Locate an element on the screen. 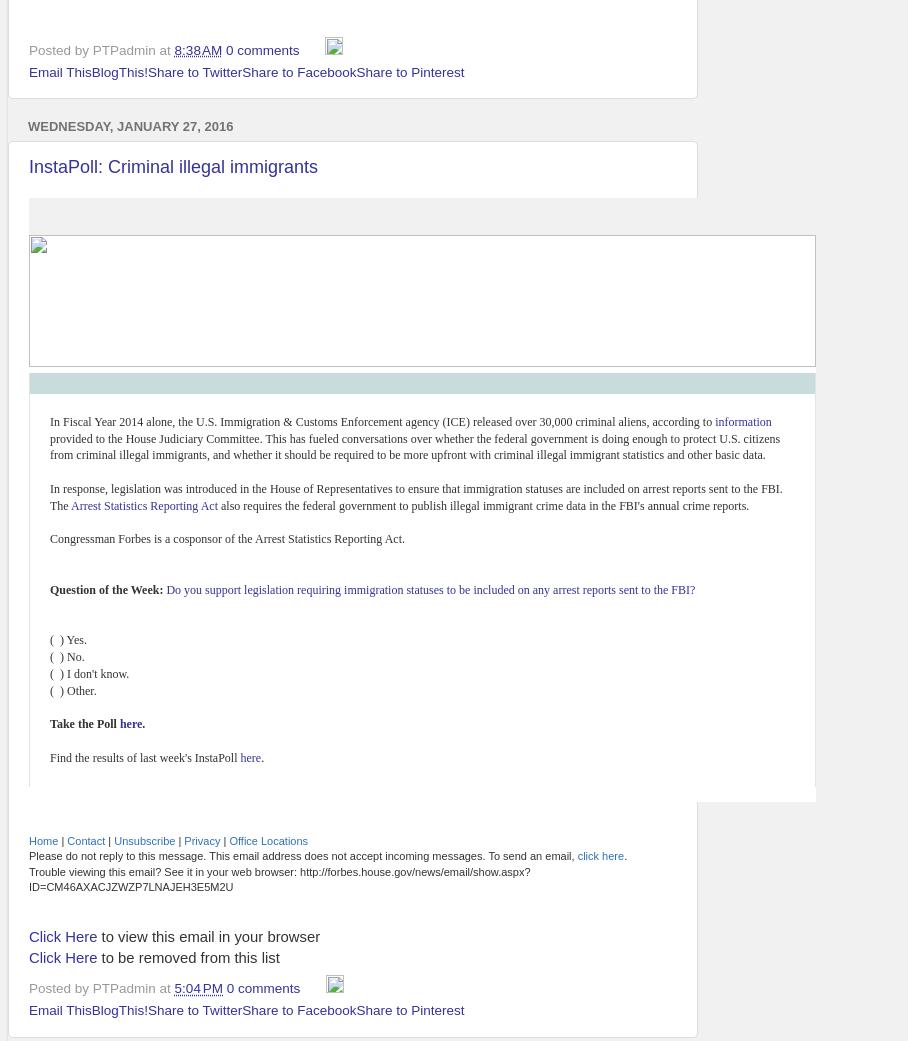 This screenshot has height=1041, width=908. '(  ) Yes.' is located at coordinates (68, 639).